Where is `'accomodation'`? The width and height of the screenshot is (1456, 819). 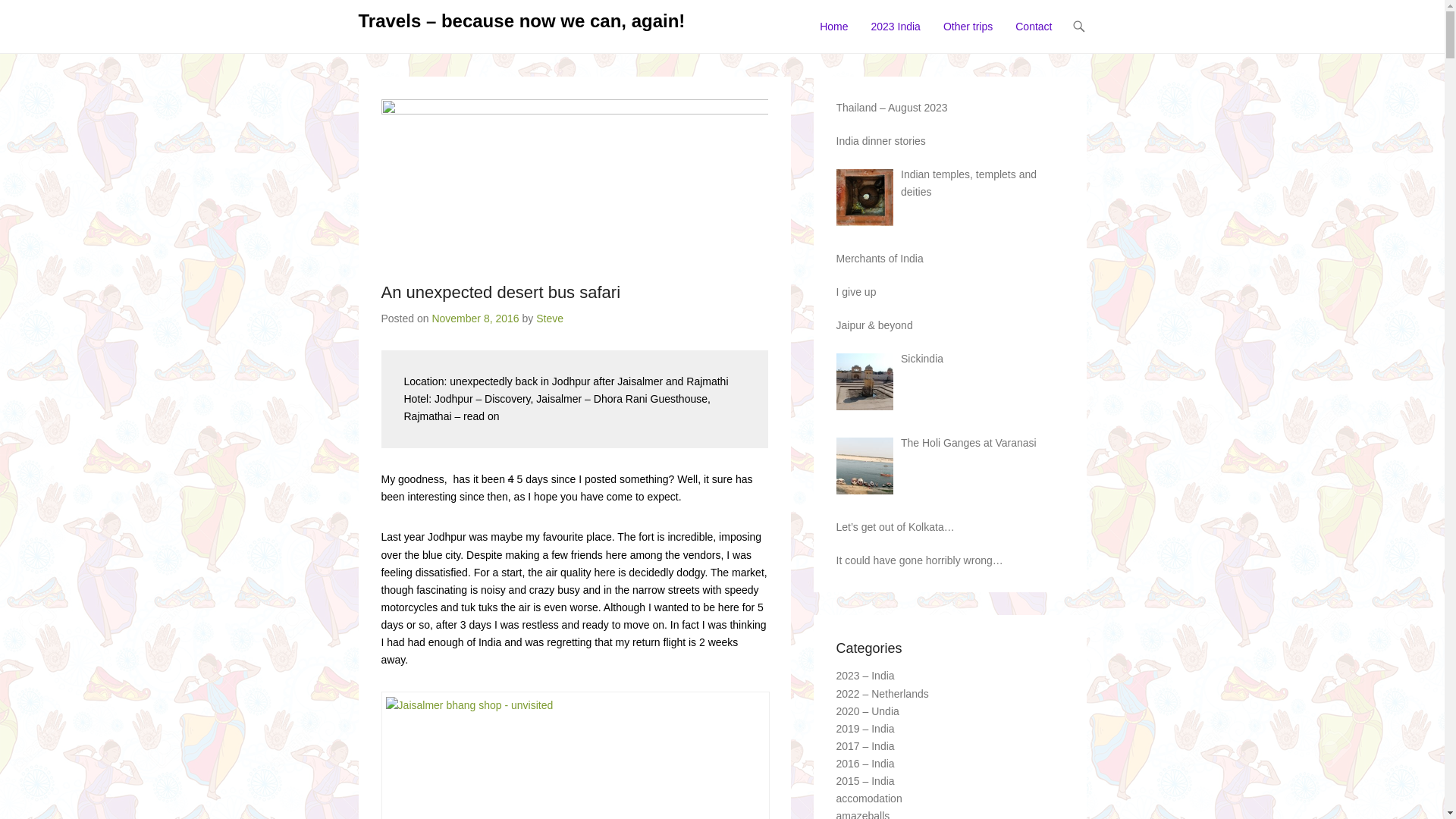
'accomodation' is located at coordinates (868, 798).